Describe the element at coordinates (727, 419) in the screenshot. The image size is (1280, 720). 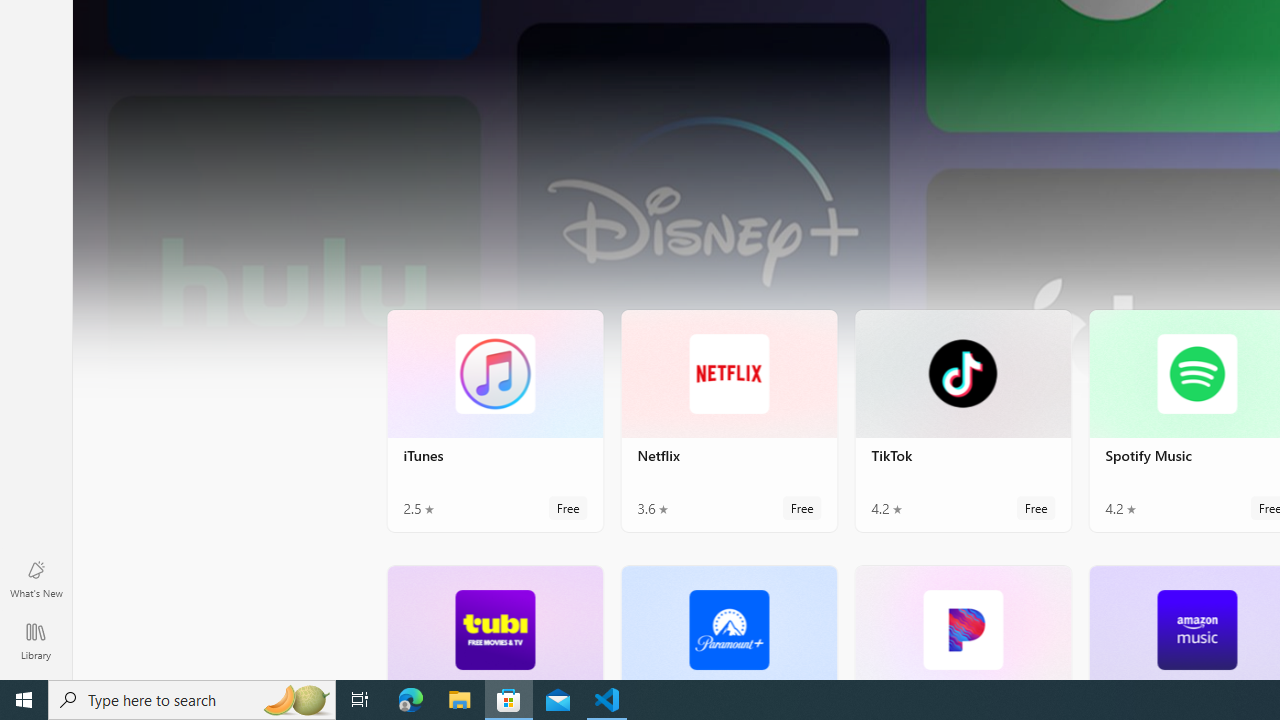
I see `'Netflix. Average rating of 3.6 out of five stars. Free  '` at that location.